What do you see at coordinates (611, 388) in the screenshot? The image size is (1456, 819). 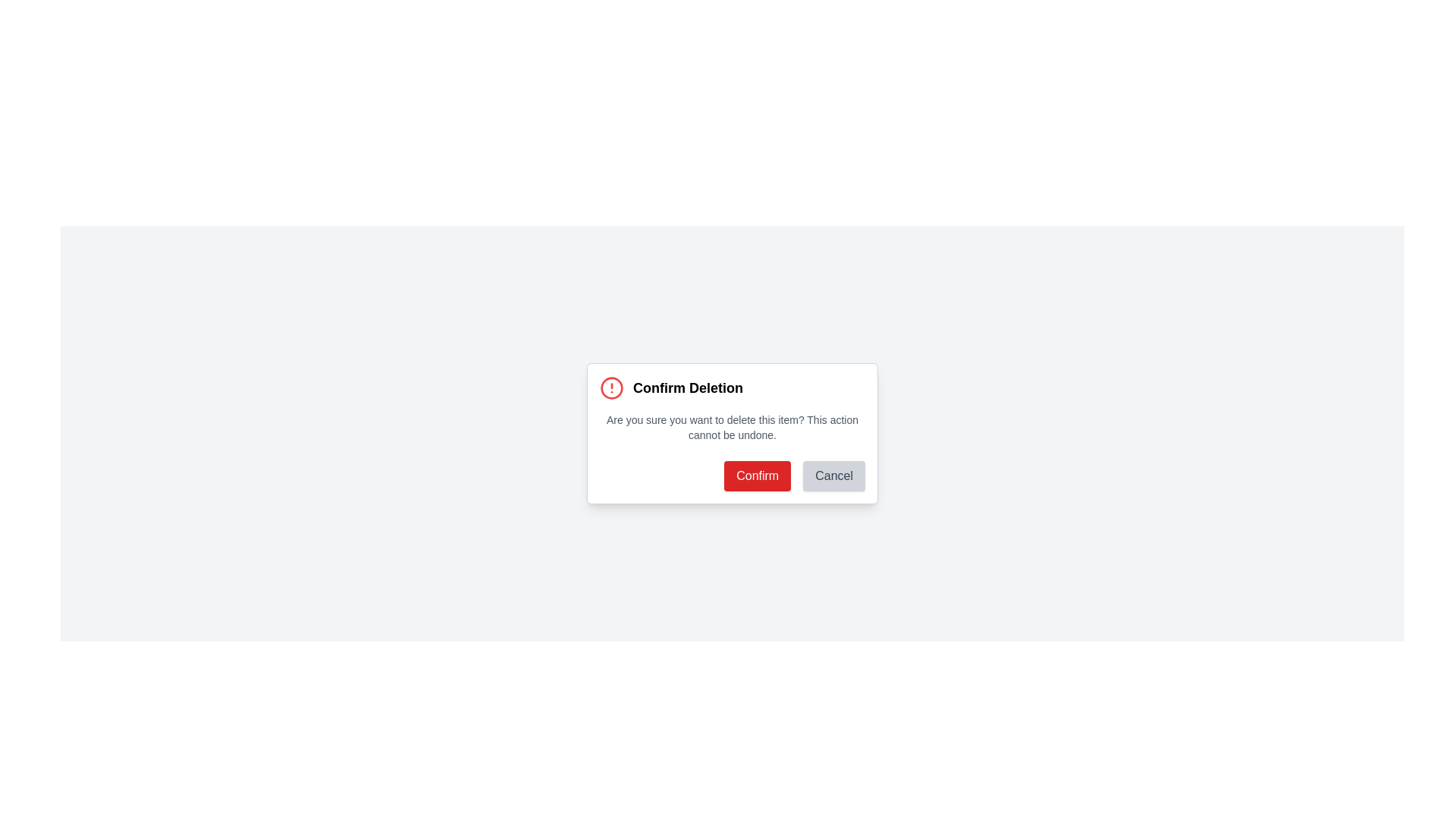 I see `visual alert icon located in the top-left corner of the modal, next to the heading 'Confirm Deletion', to understand its functionality and importance` at bounding box center [611, 388].